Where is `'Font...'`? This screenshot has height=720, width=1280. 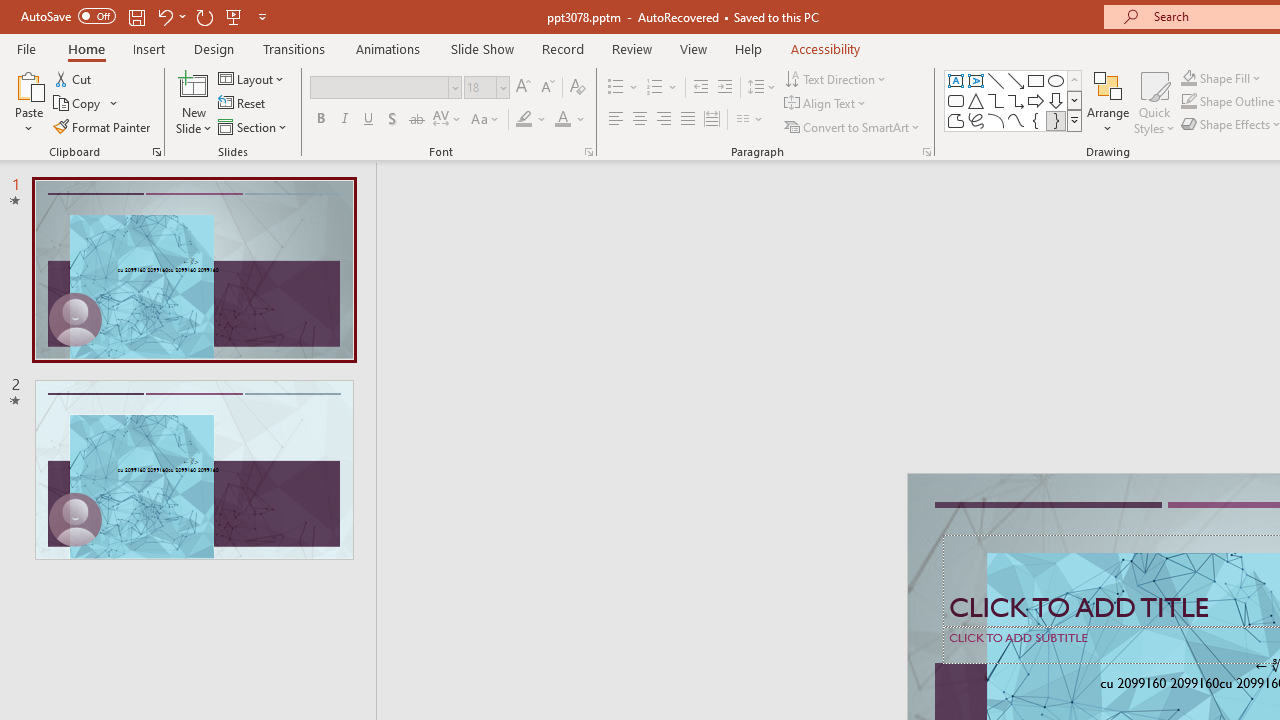 'Font...' is located at coordinates (587, 150).